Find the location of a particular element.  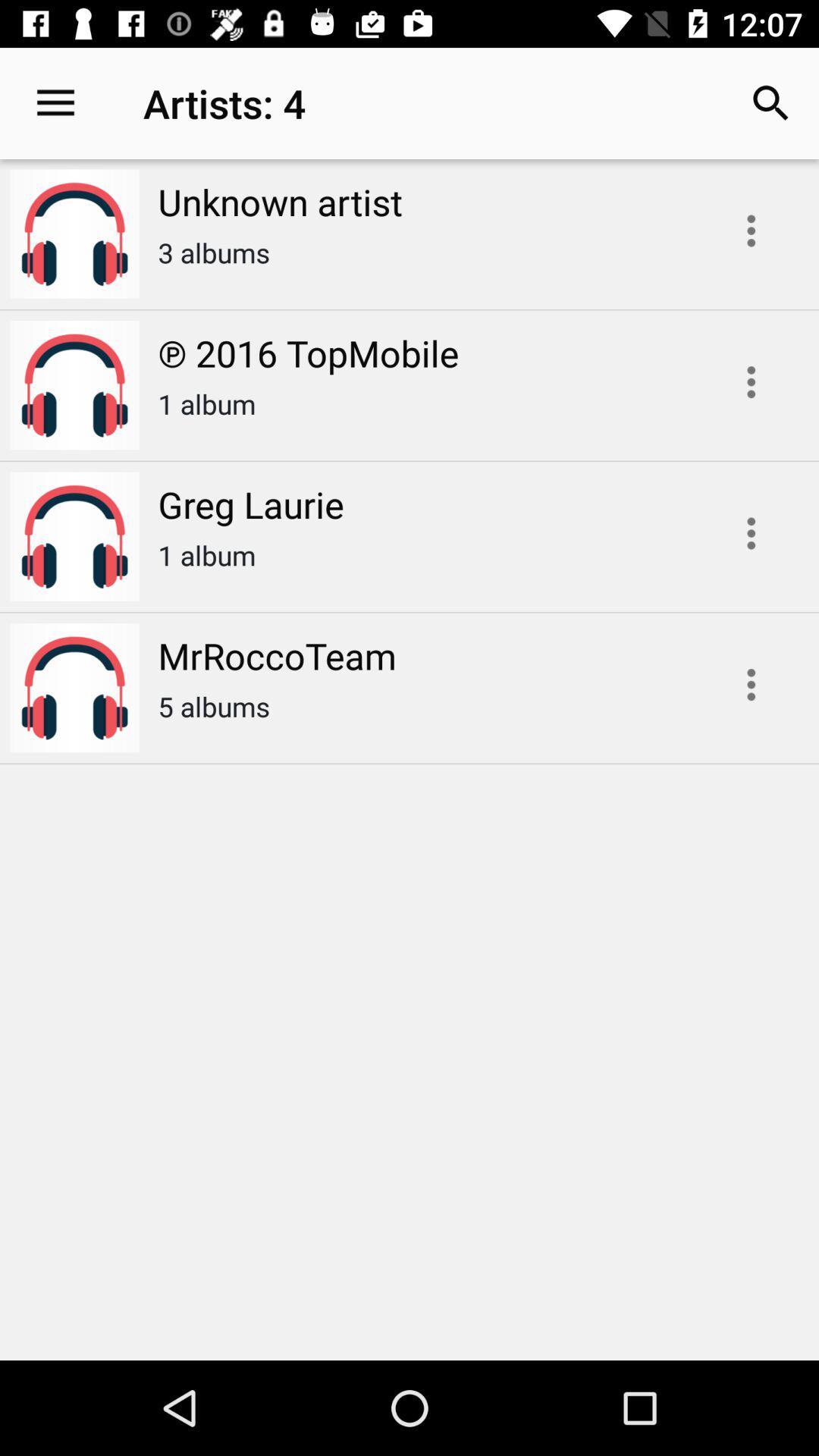

show additional options is located at coordinates (751, 683).